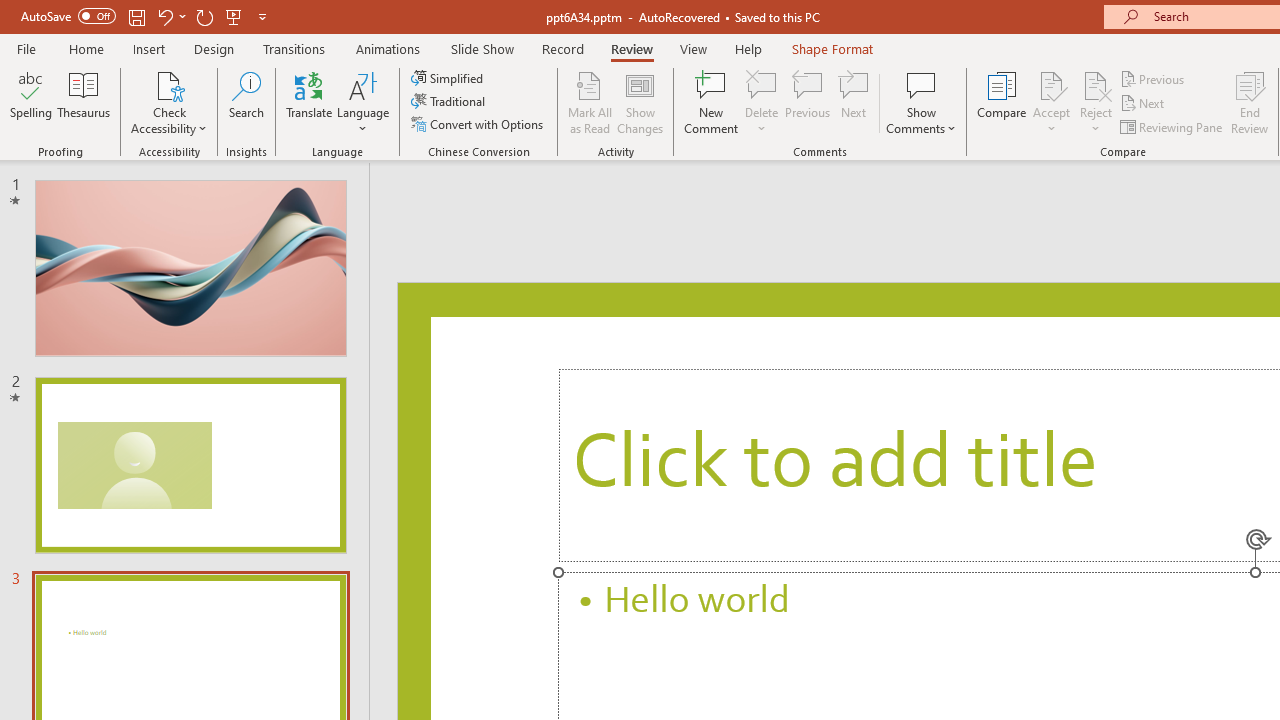  What do you see at coordinates (1153, 78) in the screenshot?
I see `'Previous'` at bounding box center [1153, 78].